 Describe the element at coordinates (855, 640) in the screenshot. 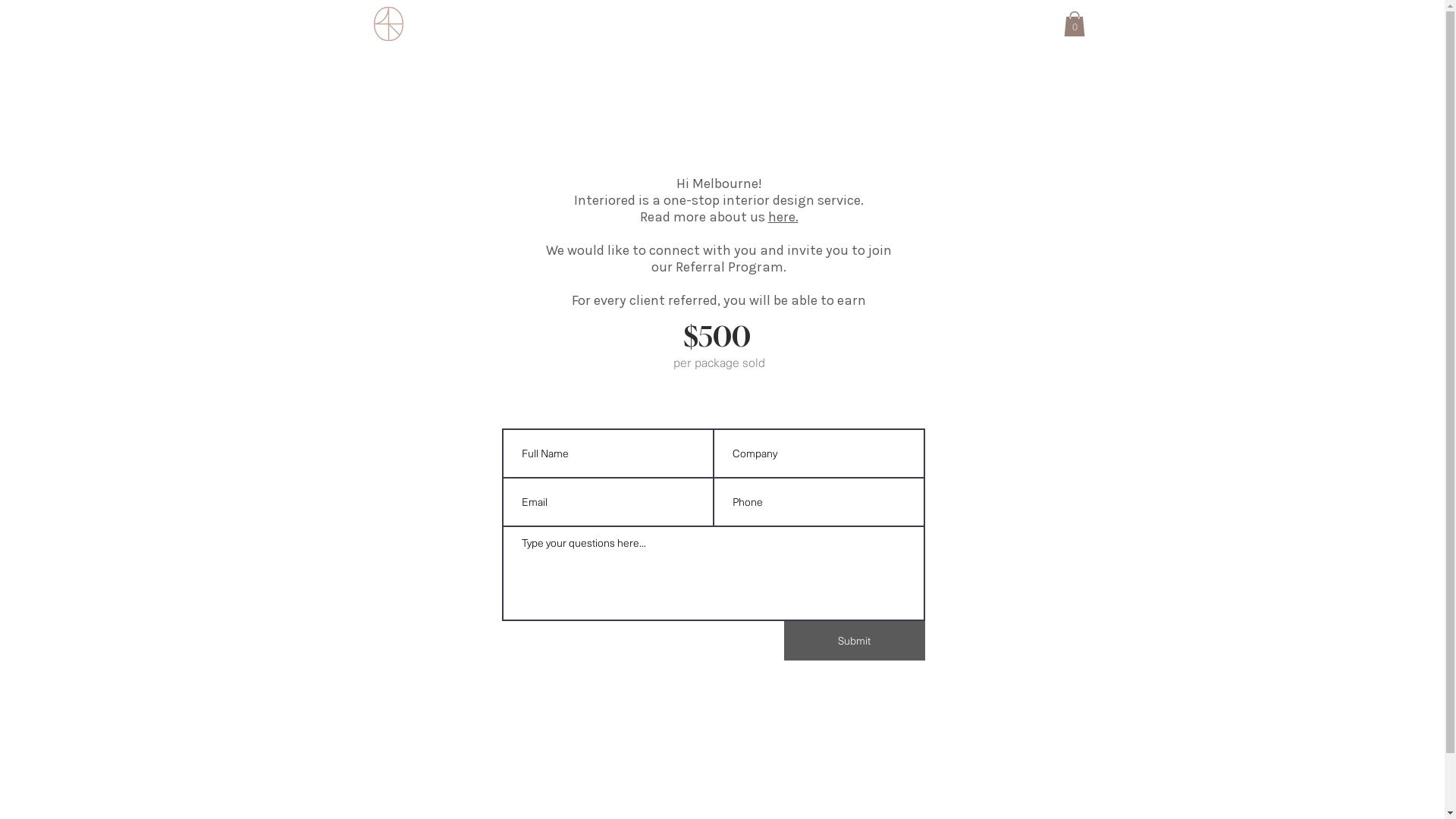

I see `'Submit'` at that location.